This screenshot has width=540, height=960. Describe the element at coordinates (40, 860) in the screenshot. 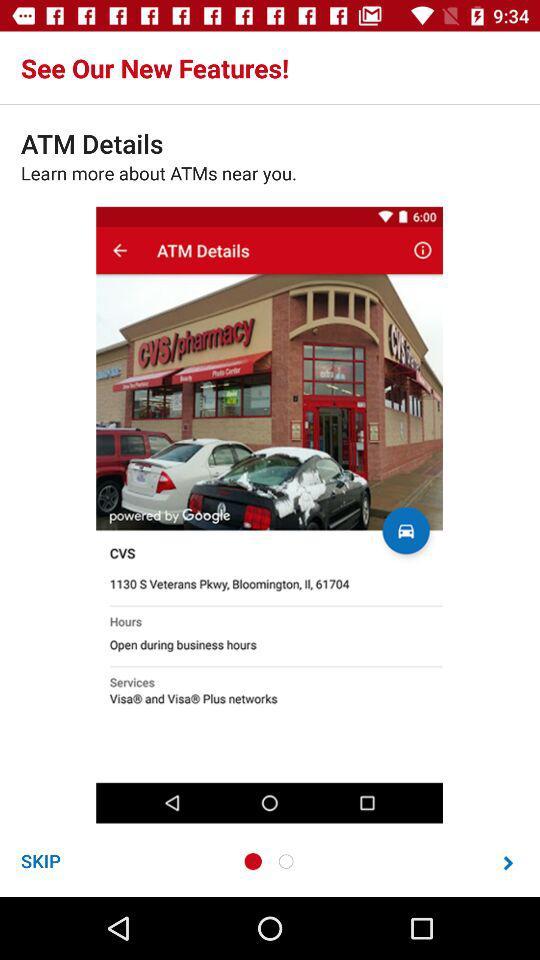

I see `the icon below learn more about icon` at that location.